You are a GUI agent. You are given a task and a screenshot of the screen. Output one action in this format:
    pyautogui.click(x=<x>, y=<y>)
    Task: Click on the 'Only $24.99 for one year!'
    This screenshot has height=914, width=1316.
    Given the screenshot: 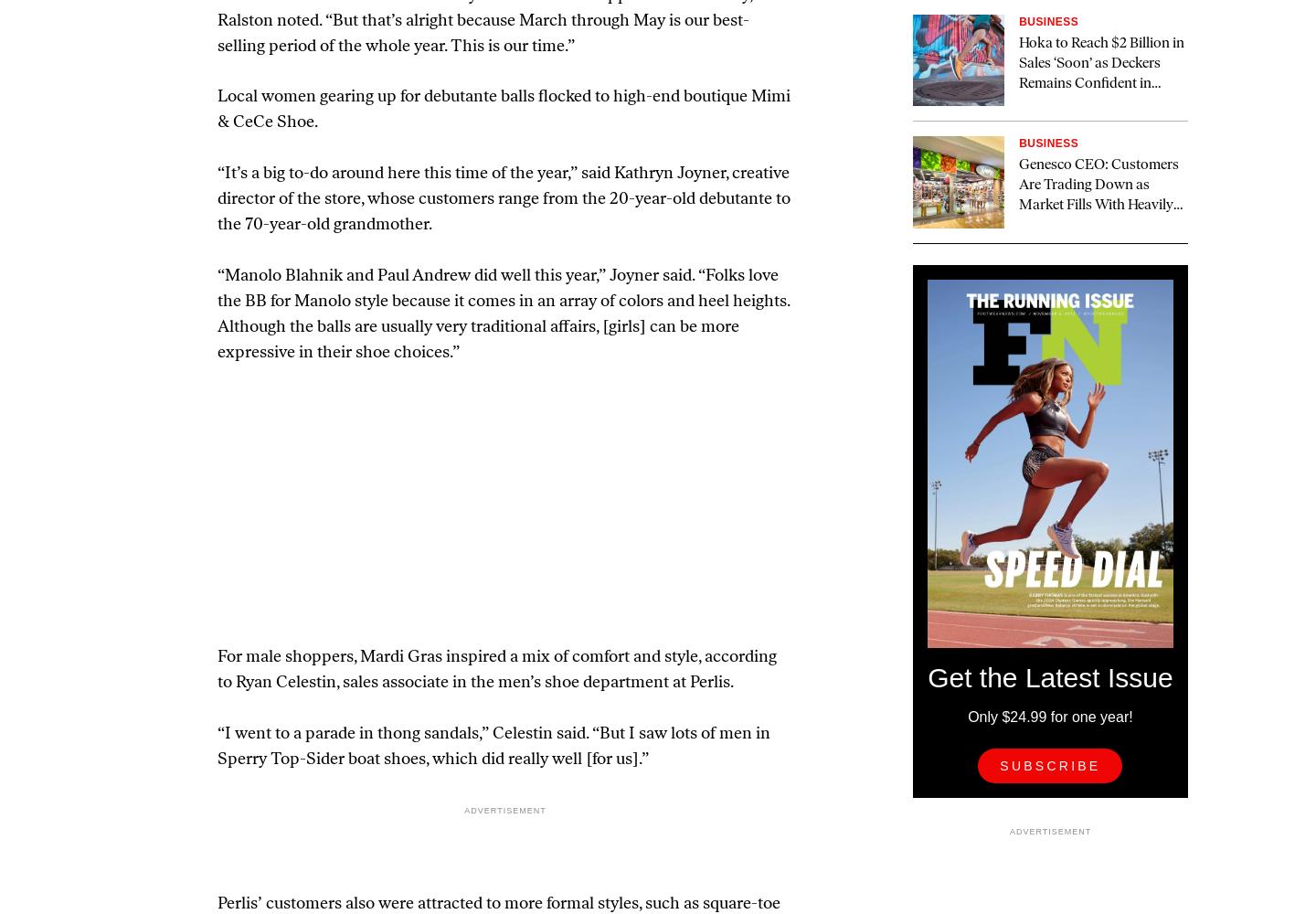 What is the action you would take?
    pyautogui.click(x=1049, y=716)
    